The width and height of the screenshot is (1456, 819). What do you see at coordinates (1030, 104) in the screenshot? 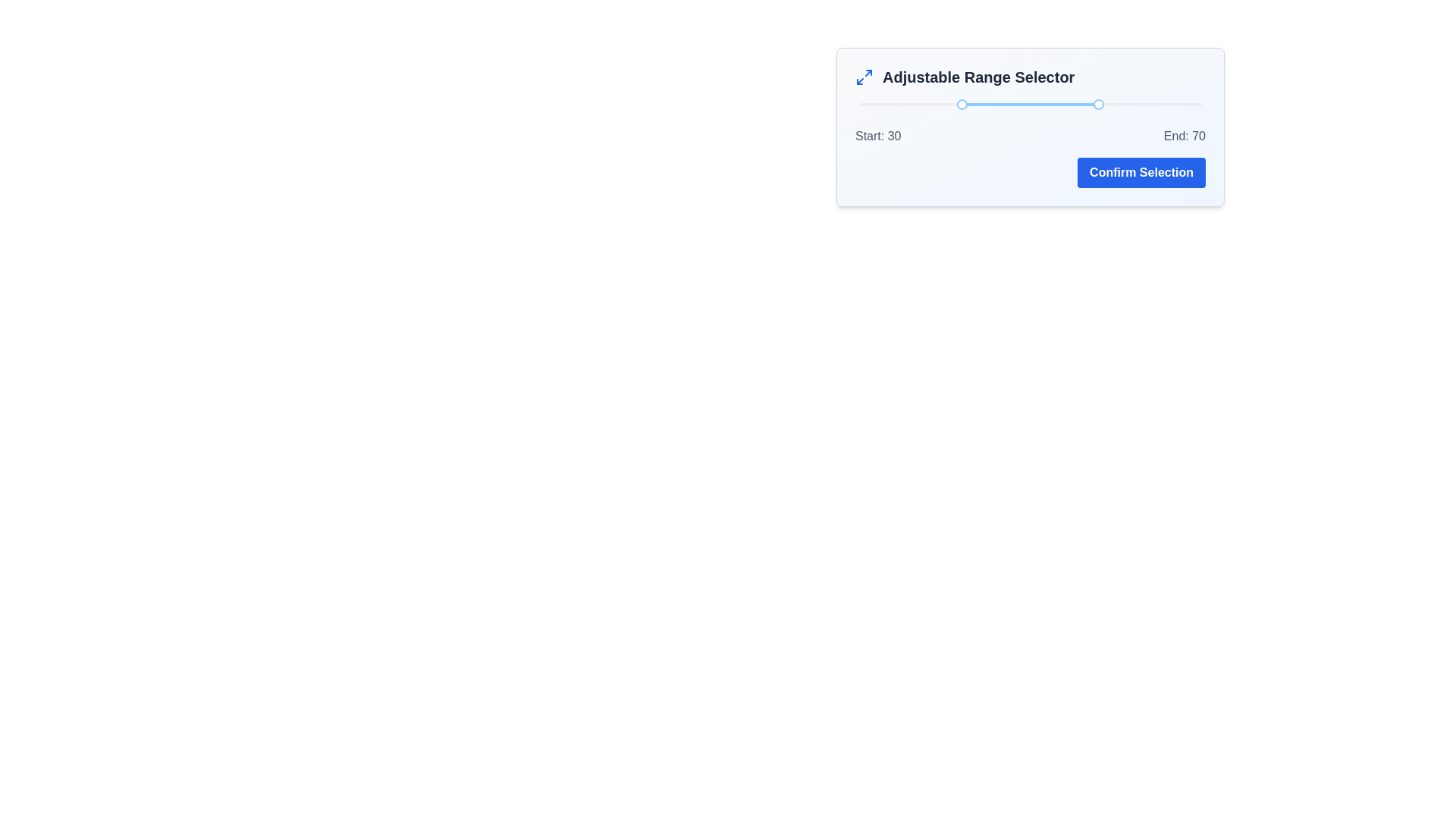
I see `the handles of the range slider located centrally between the labels 'Start: 30' and 'End: 70'` at bounding box center [1030, 104].